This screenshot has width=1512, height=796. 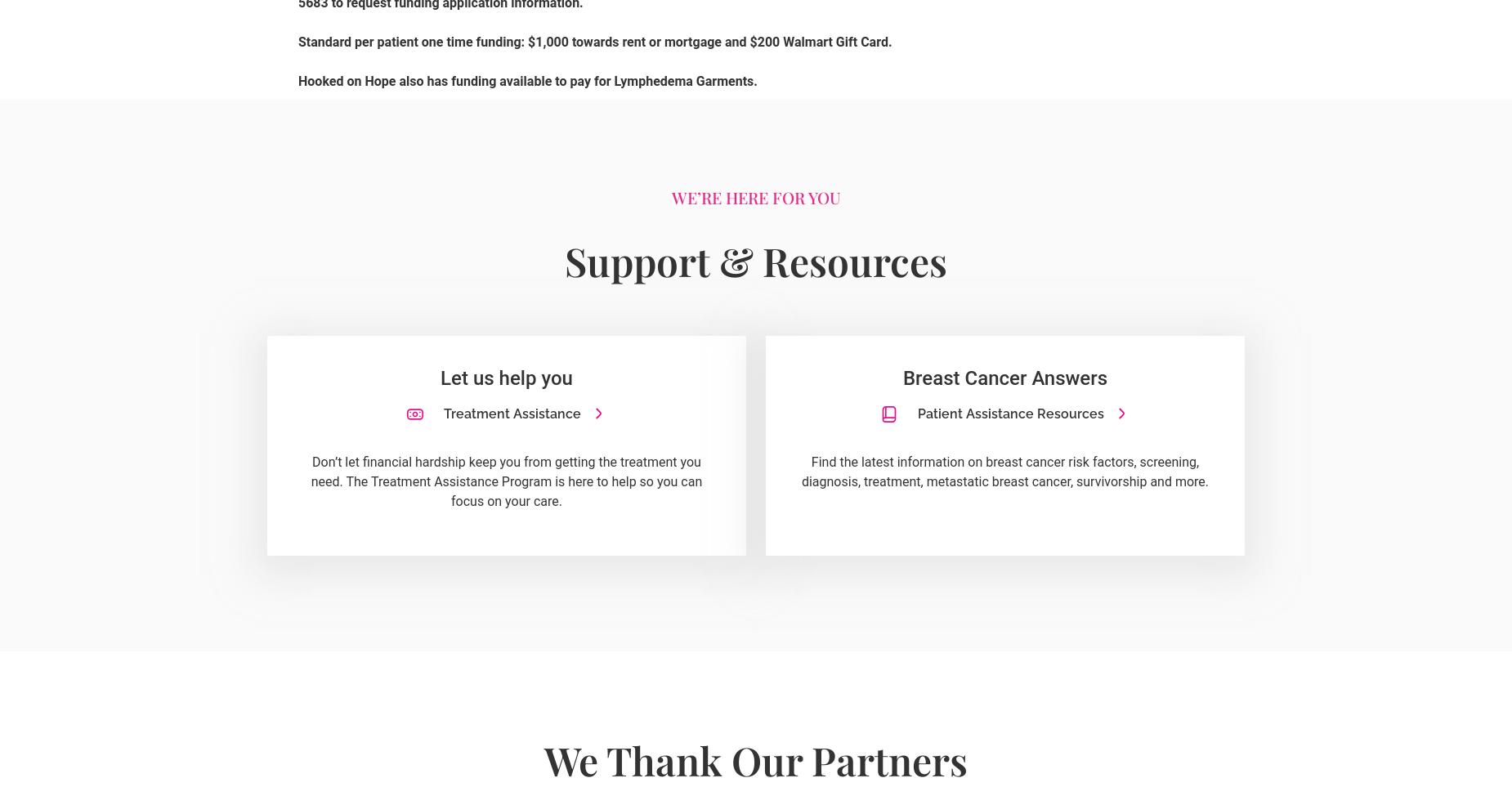 What do you see at coordinates (687, 79) in the screenshot?
I see `'Lymphedema Garments.'` at bounding box center [687, 79].